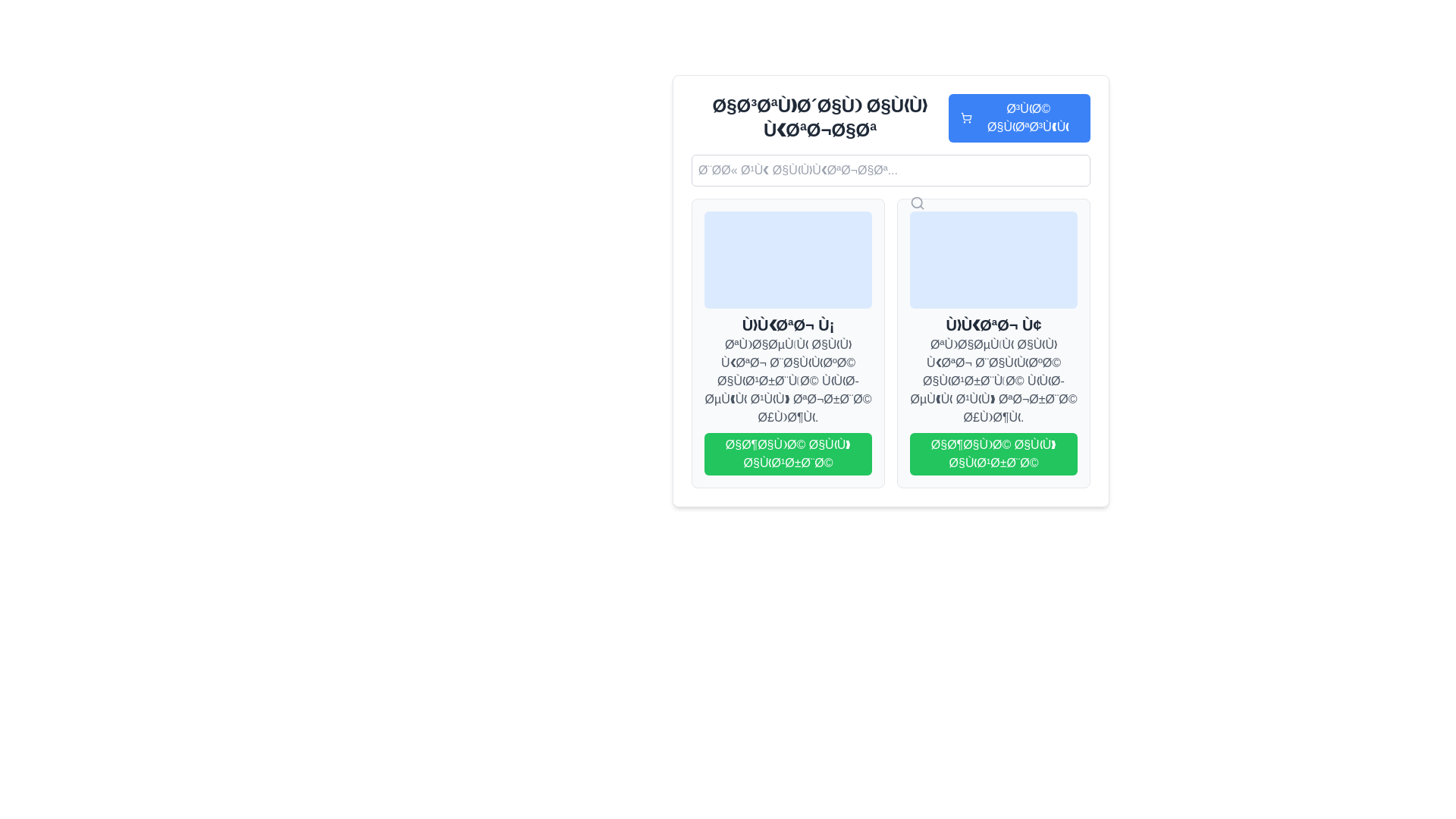 The image size is (1456, 819). Describe the element at coordinates (965, 116) in the screenshot. I see `the SVG graphic representing the shopping cart in the upper-right section of the interface, adjacent to the search bar` at that location.